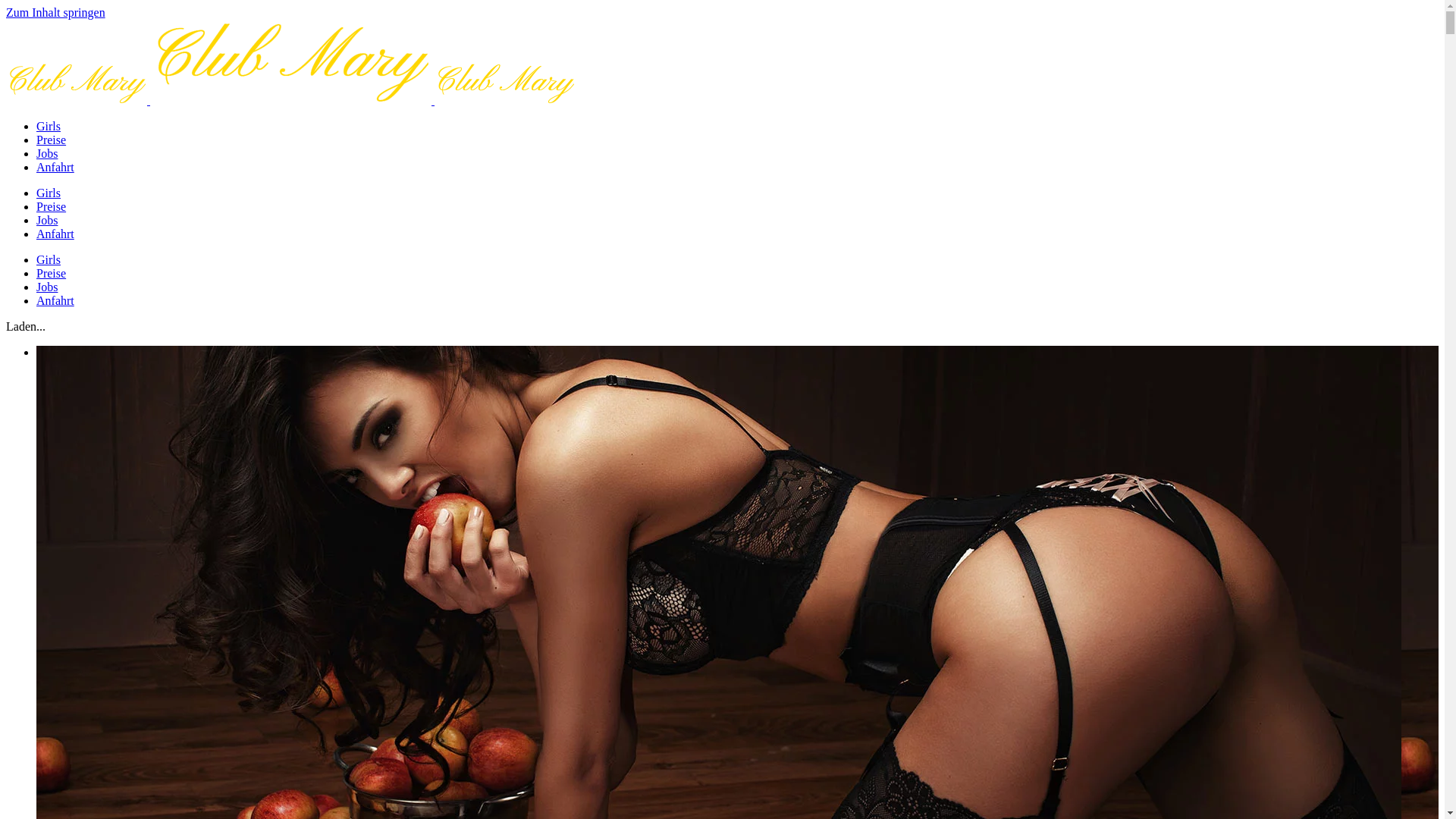 This screenshot has height=819, width=1456. I want to click on 'Preise', so click(51, 273).